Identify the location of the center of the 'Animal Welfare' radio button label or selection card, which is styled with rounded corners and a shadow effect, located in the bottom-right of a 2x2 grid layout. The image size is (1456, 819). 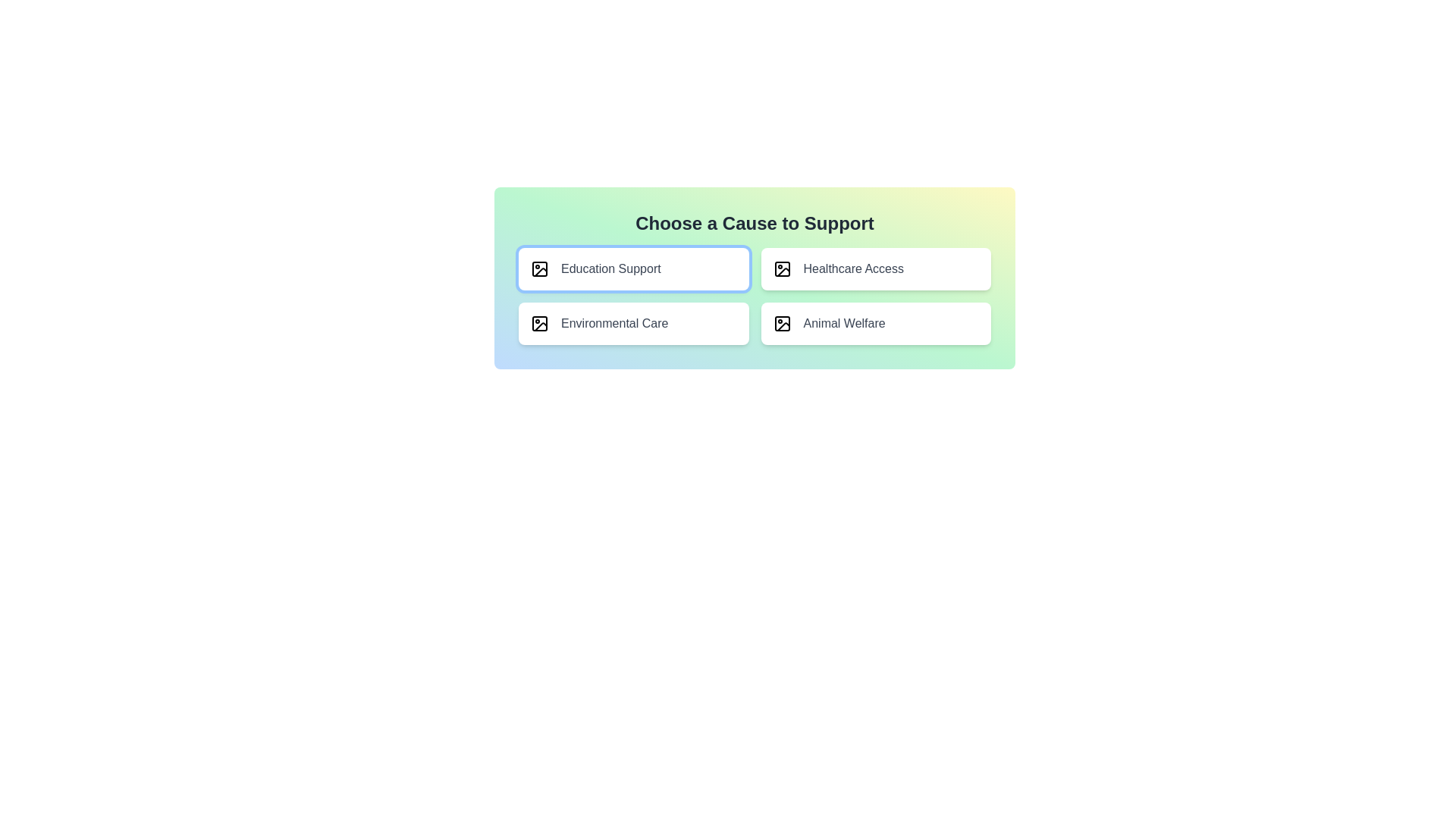
(876, 323).